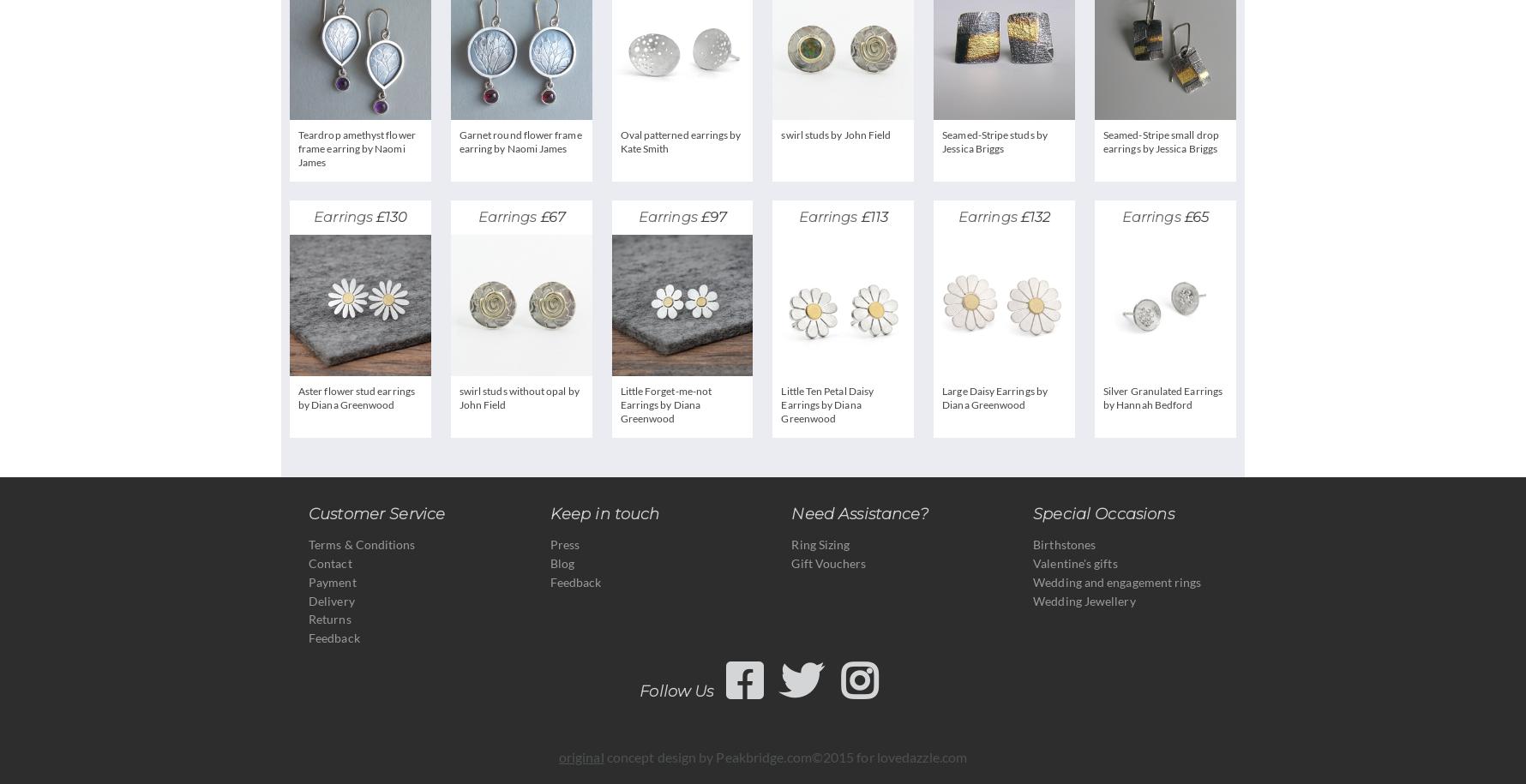 Image resolution: width=1526 pixels, height=784 pixels. What do you see at coordinates (375, 512) in the screenshot?
I see `'Customer Service'` at bounding box center [375, 512].